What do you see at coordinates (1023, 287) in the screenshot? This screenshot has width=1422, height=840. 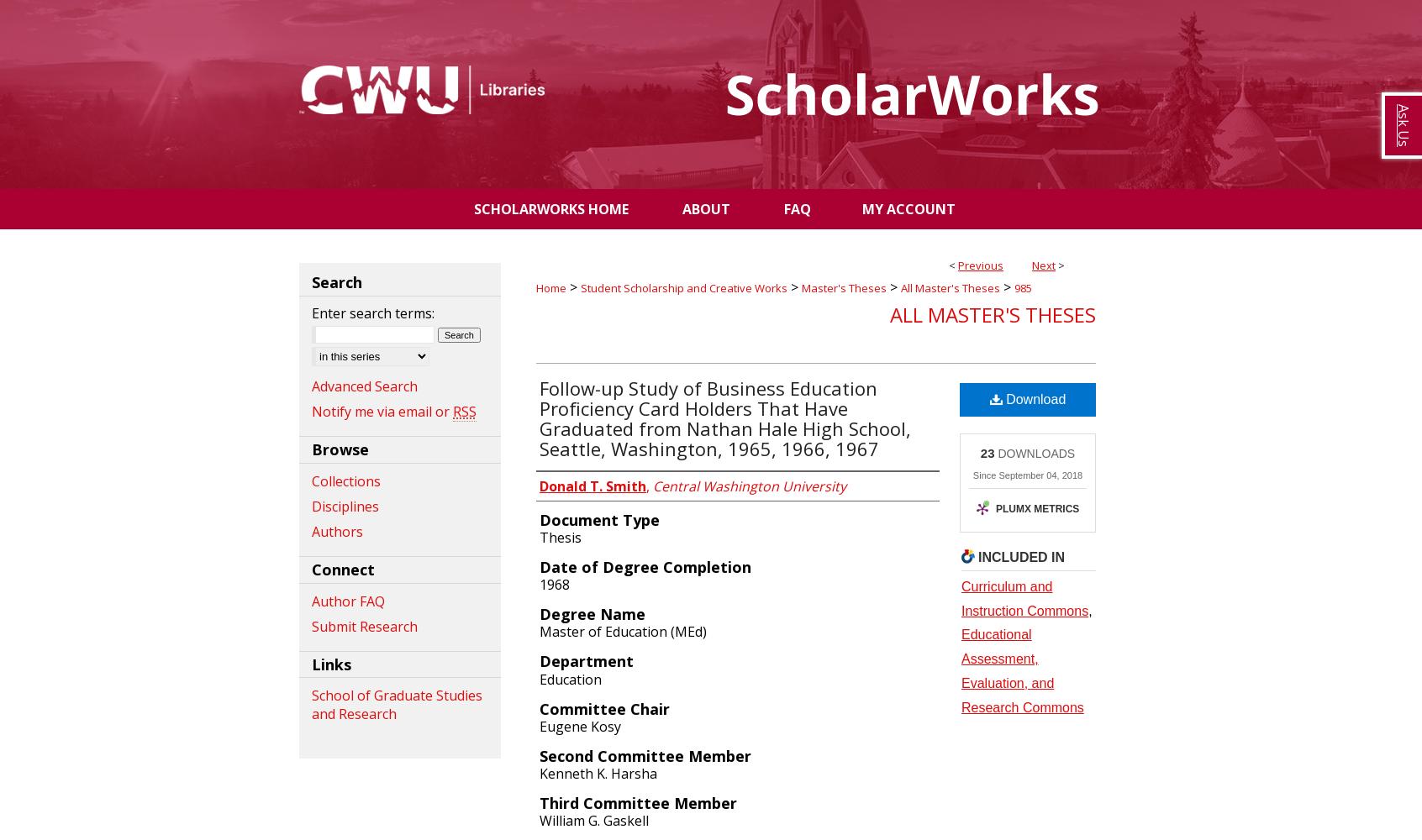 I see `'985'` at bounding box center [1023, 287].